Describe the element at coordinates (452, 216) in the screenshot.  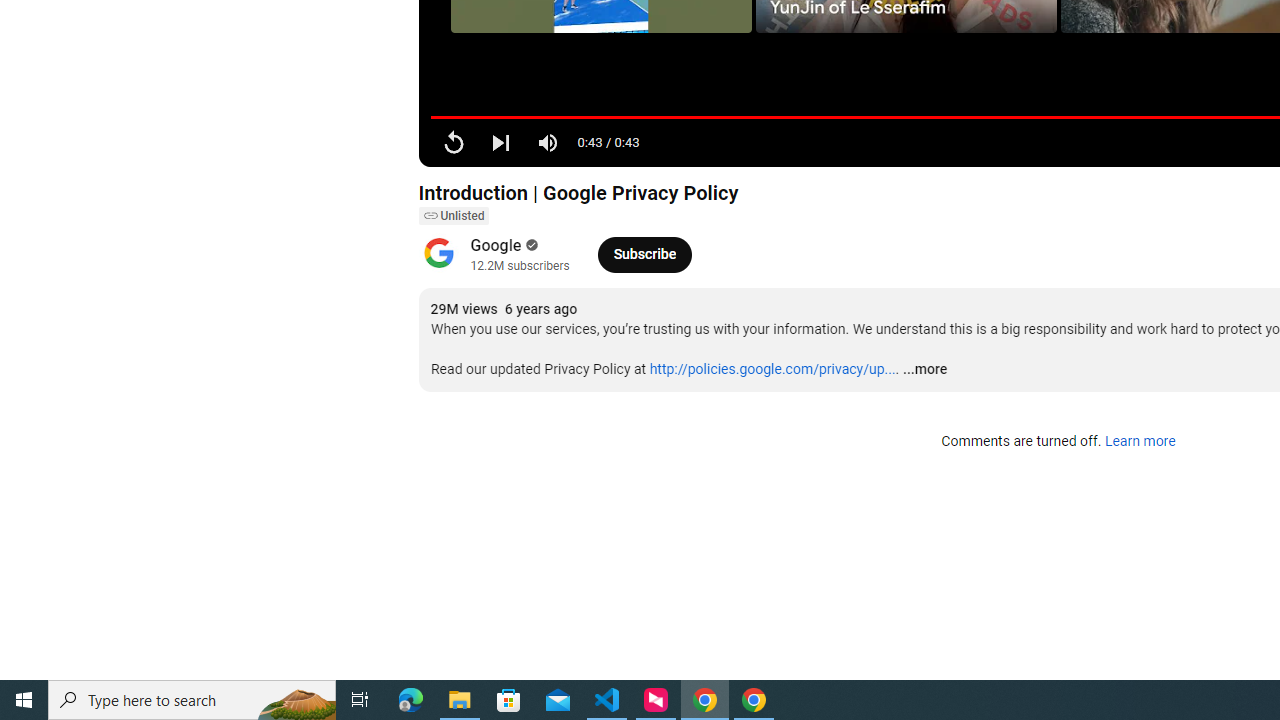
I see `'Unlisted'` at that location.